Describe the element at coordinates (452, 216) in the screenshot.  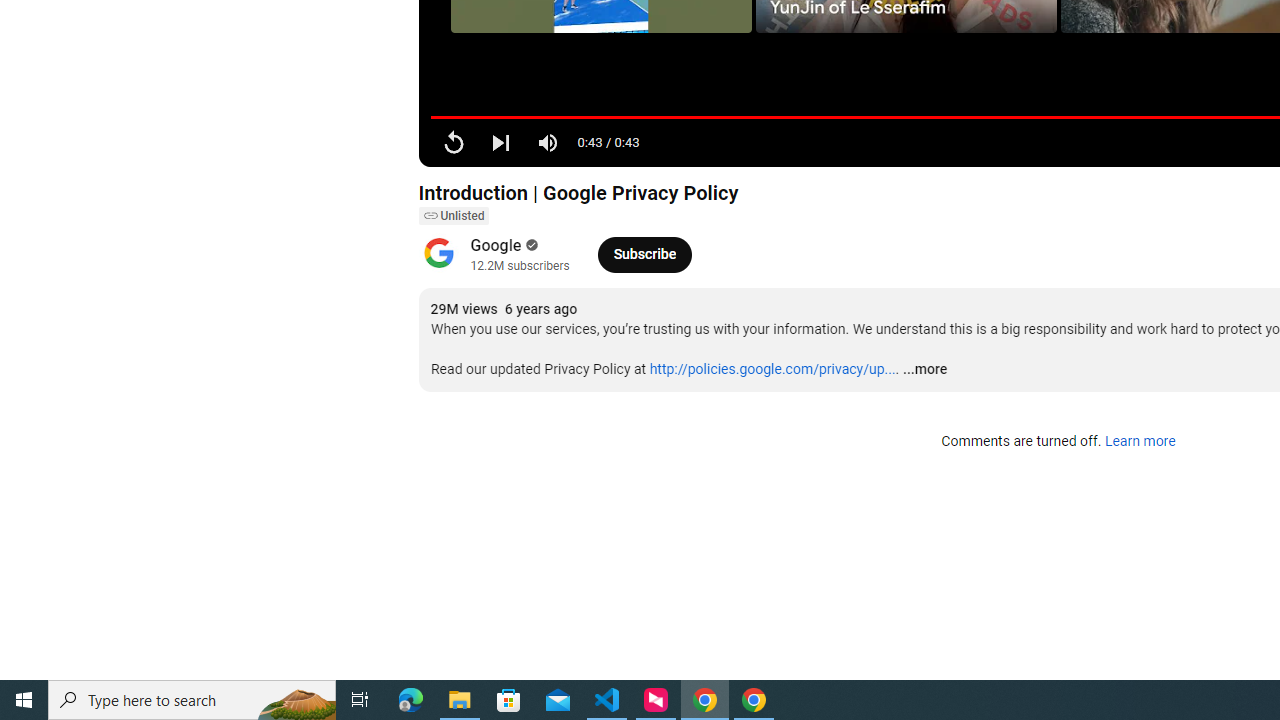
I see `'Unlisted'` at that location.